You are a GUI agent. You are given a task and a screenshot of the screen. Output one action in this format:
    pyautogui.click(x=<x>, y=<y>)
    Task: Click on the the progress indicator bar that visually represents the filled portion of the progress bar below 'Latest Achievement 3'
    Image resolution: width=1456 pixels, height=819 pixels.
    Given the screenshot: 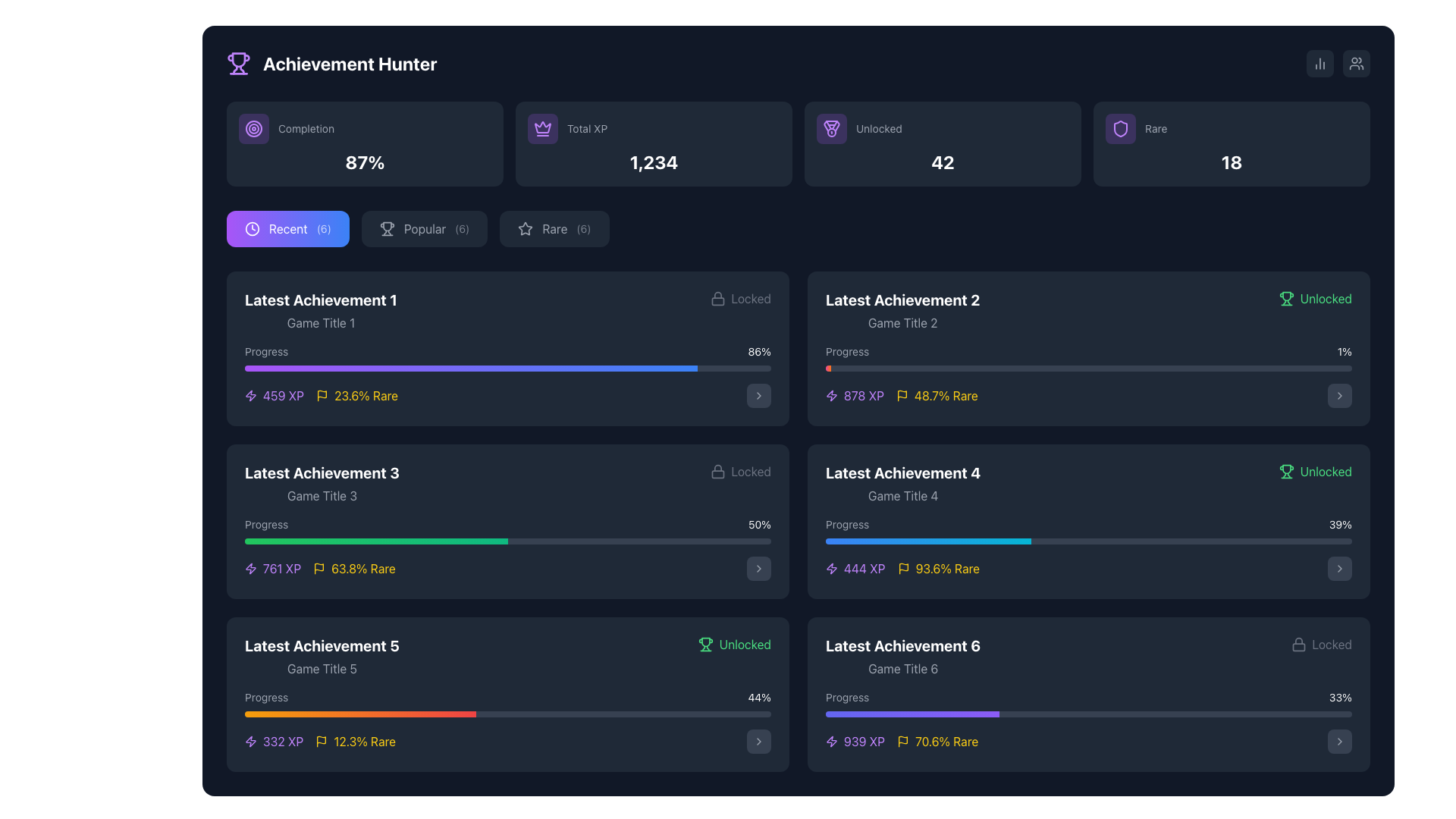 What is the action you would take?
    pyautogui.click(x=376, y=540)
    